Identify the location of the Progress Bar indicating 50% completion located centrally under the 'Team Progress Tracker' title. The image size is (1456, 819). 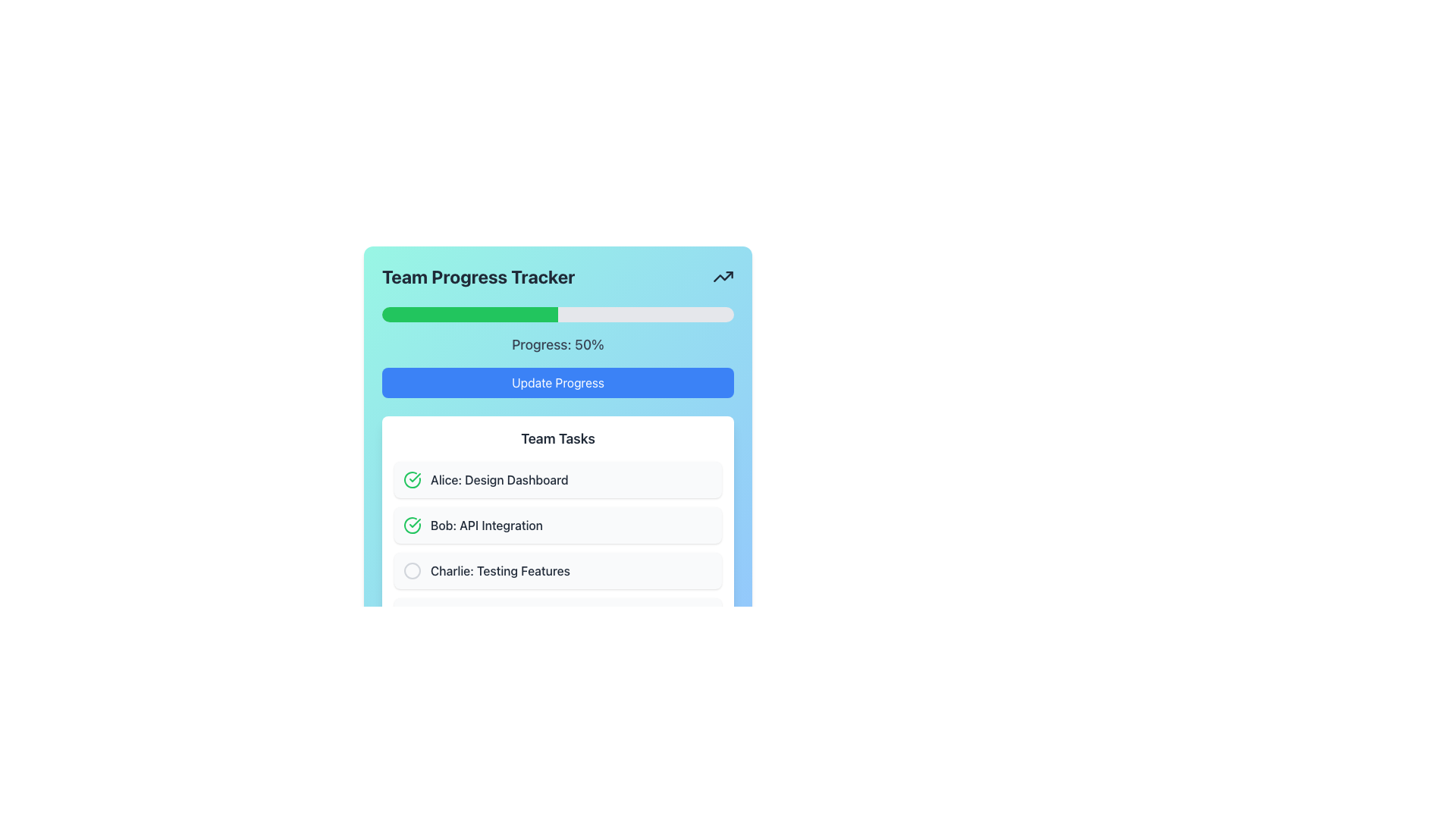
(557, 314).